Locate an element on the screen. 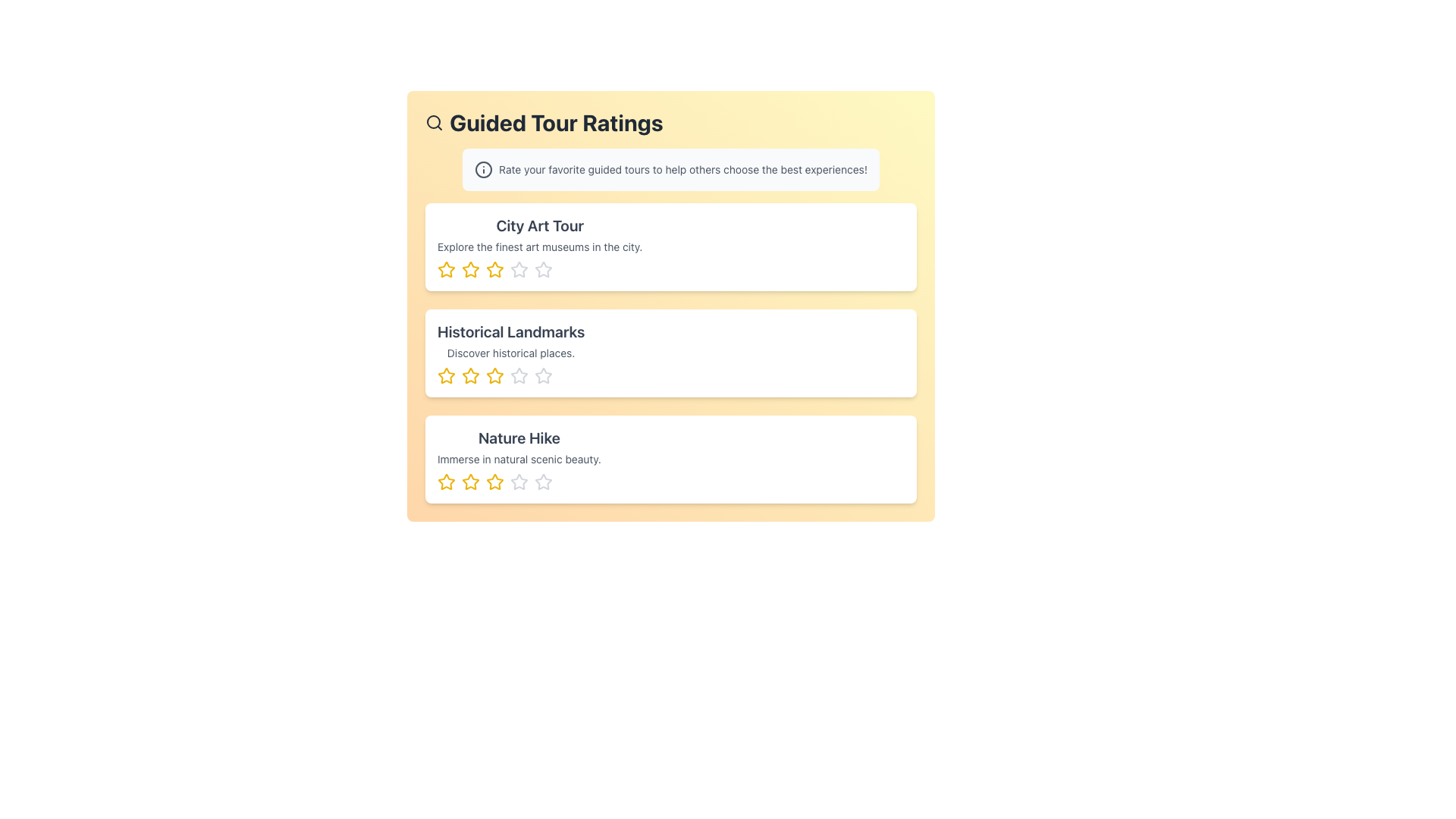  the first rating star icon with a yellow border under the 'City Art Tour' section is located at coordinates (446, 268).